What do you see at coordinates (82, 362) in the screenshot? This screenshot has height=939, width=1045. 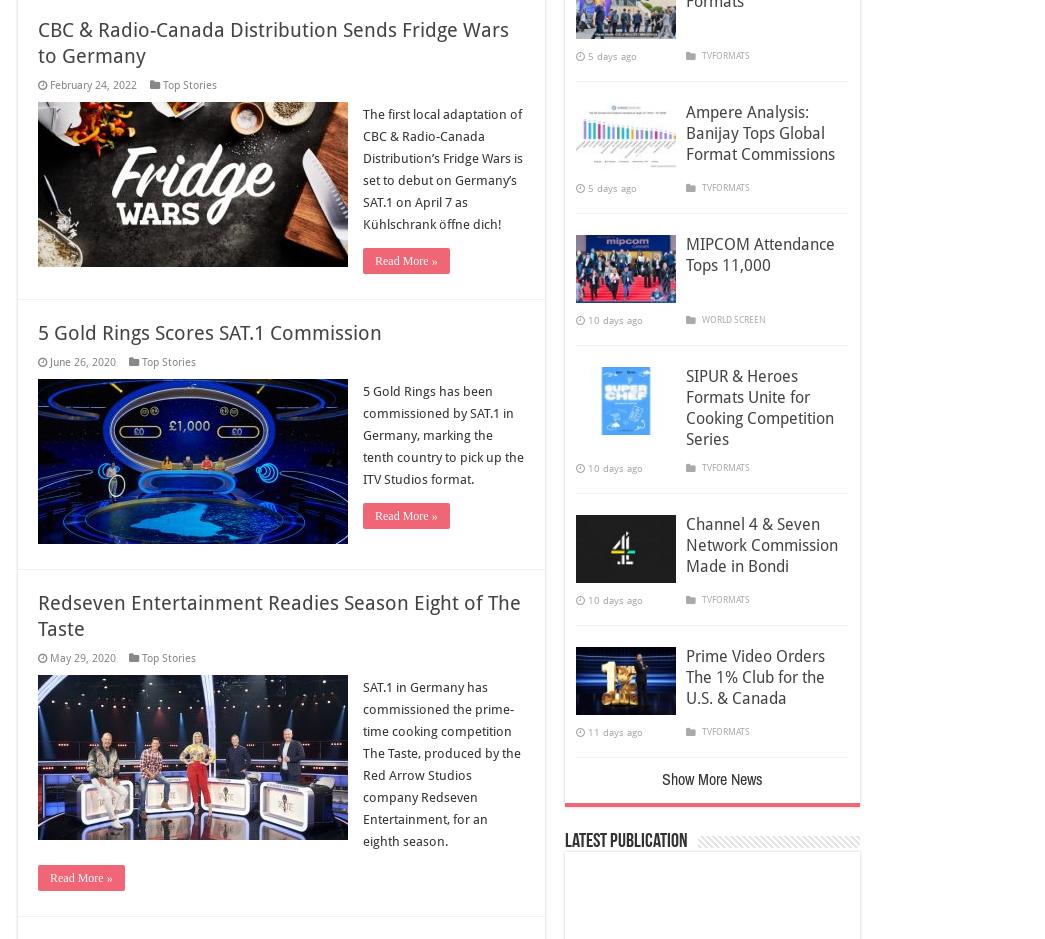 I see `'June 26, 2020'` at bounding box center [82, 362].